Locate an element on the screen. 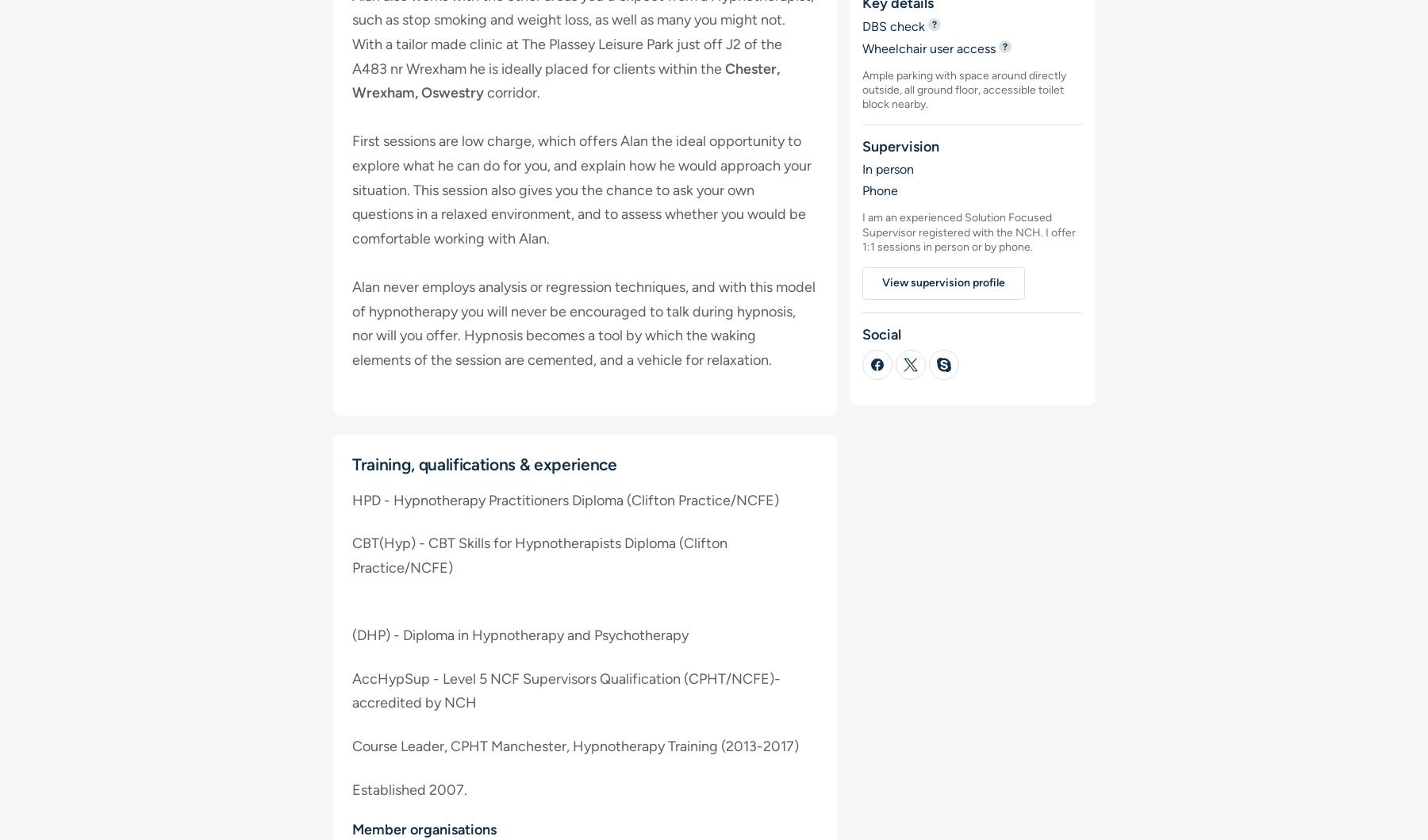 The height and width of the screenshot is (840, 1428). 'Supervision' is located at coordinates (899, 146).